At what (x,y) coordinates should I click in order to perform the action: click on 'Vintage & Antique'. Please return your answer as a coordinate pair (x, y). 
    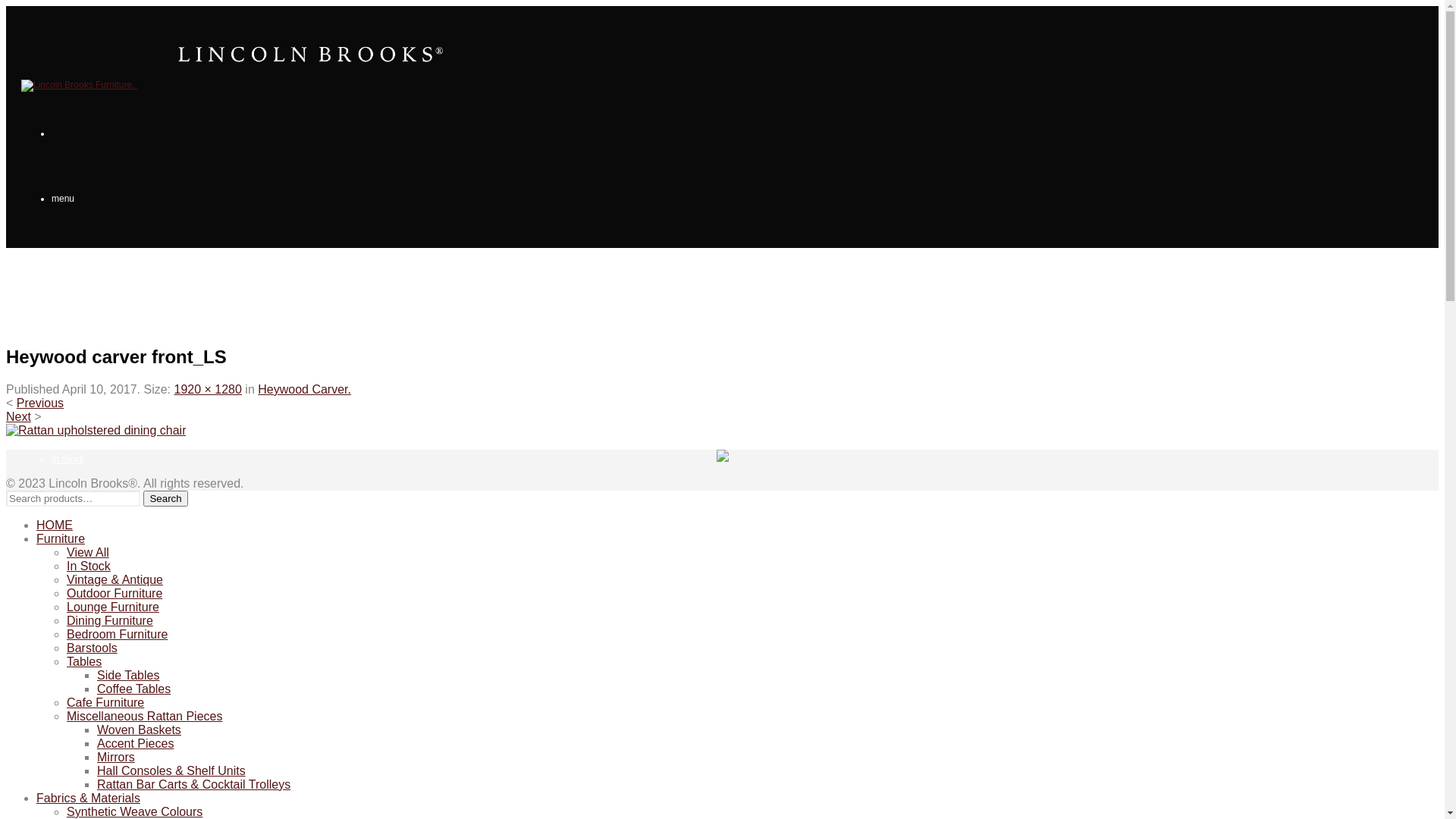
    Looking at the image, I should click on (114, 579).